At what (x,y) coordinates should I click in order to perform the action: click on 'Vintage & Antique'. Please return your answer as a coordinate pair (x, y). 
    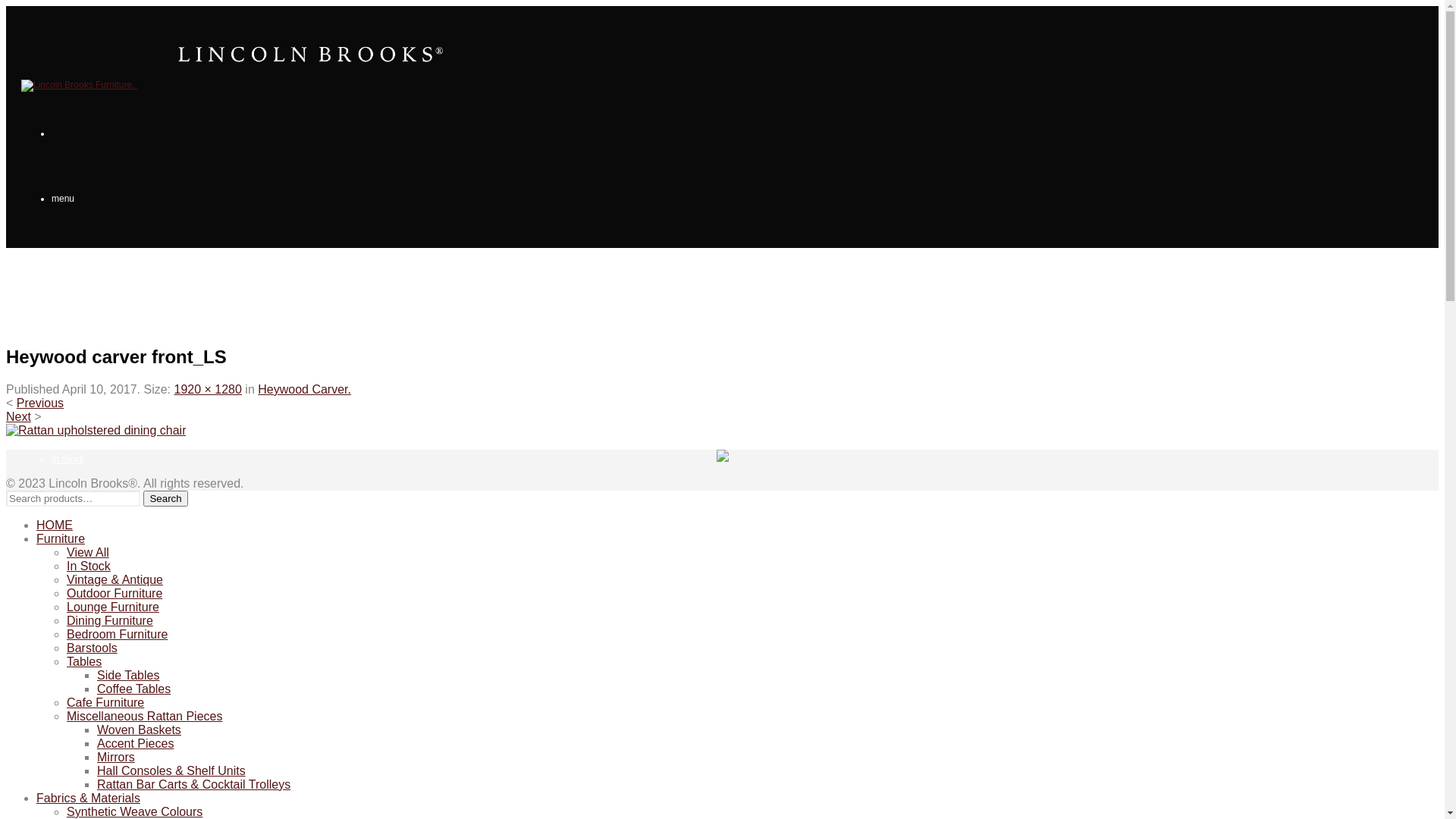
    Looking at the image, I should click on (114, 579).